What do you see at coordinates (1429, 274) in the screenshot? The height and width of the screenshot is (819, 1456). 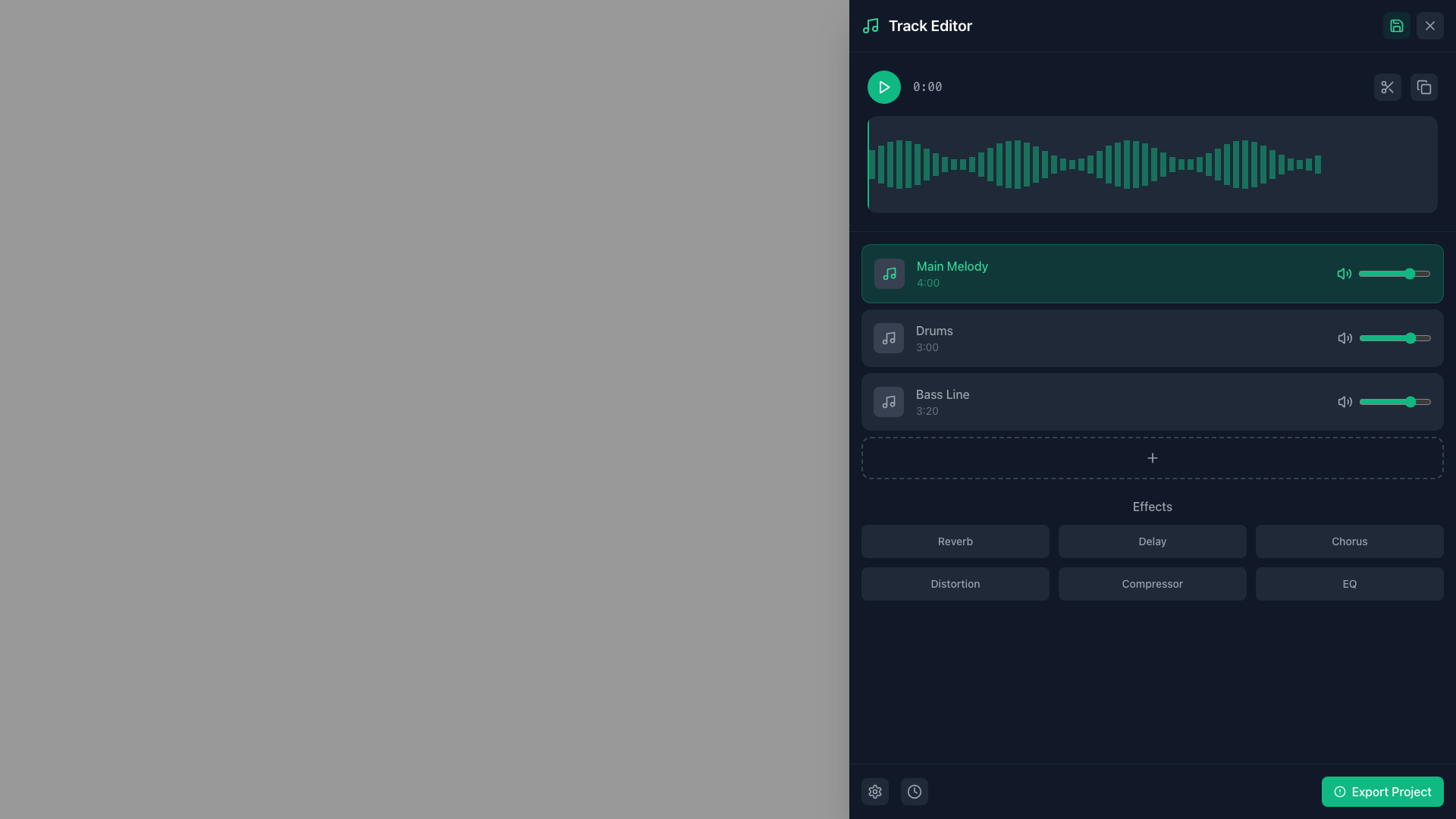 I see `the slider value` at bounding box center [1429, 274].